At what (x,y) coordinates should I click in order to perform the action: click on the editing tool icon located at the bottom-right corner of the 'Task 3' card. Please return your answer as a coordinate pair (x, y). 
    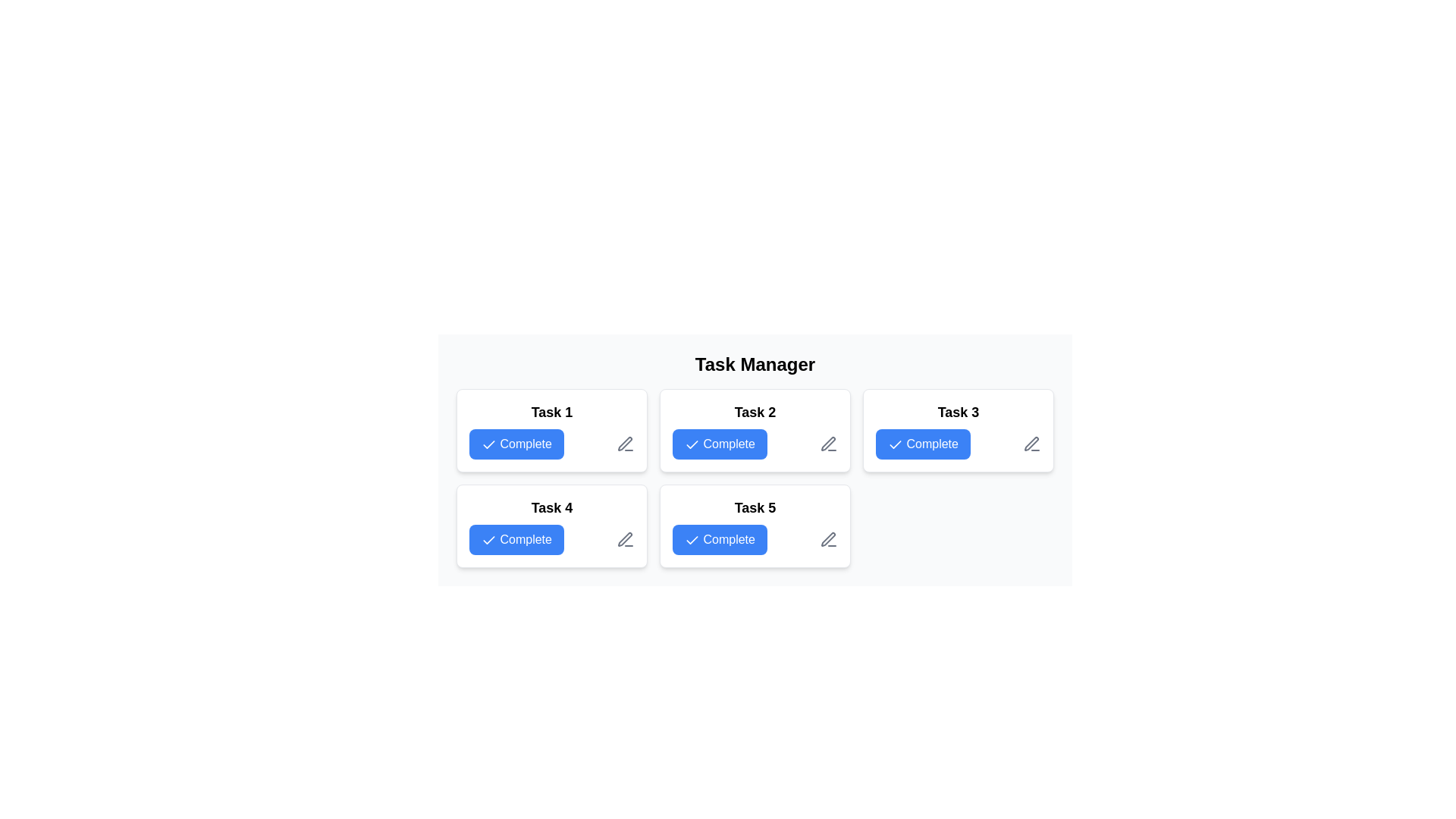
    Looking at the image, I should click on (1031, 444).